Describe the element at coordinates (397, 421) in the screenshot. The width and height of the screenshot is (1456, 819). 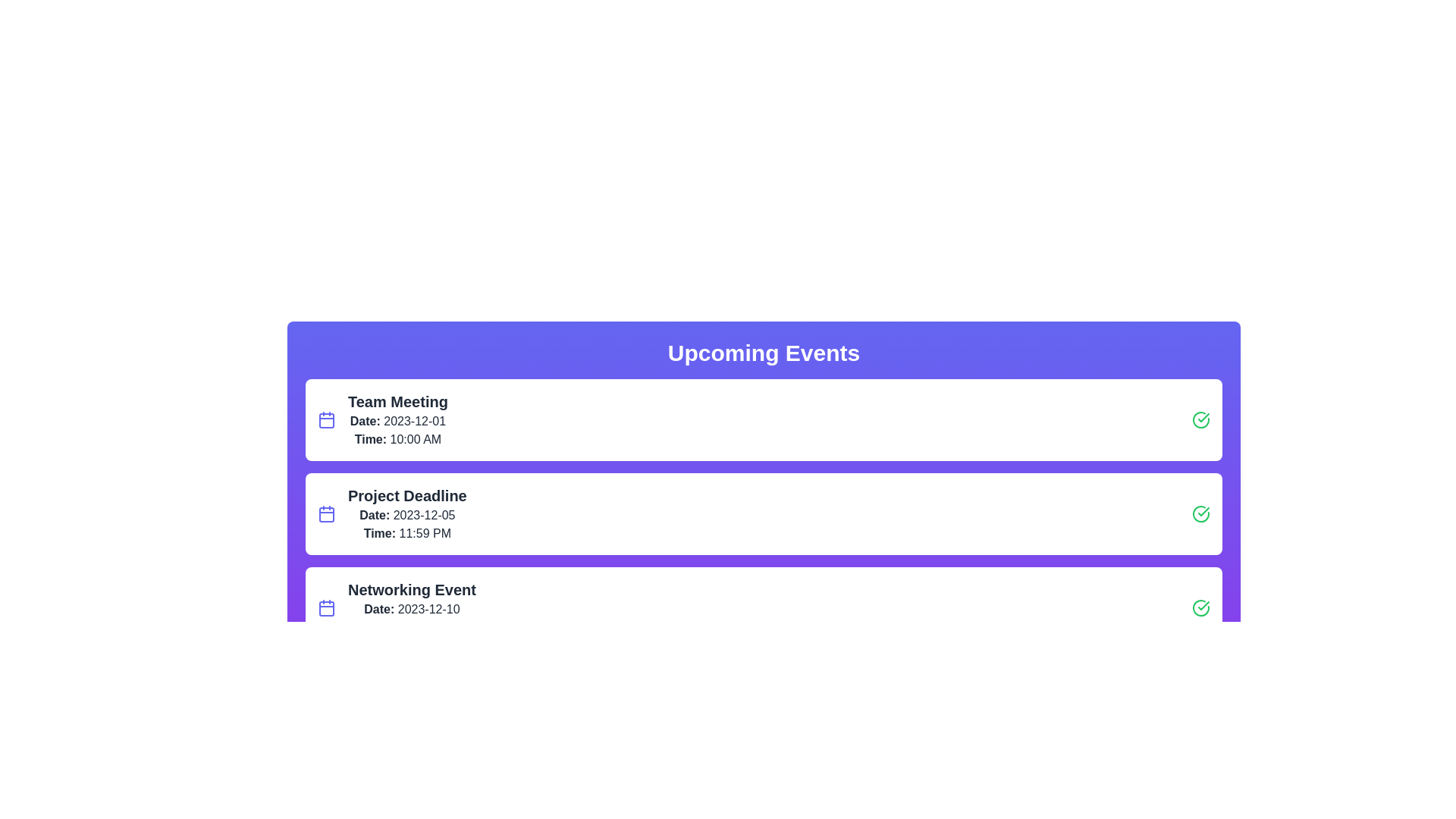
I see `the text label displaying the date for the event 'Team Meeting'` at that location.